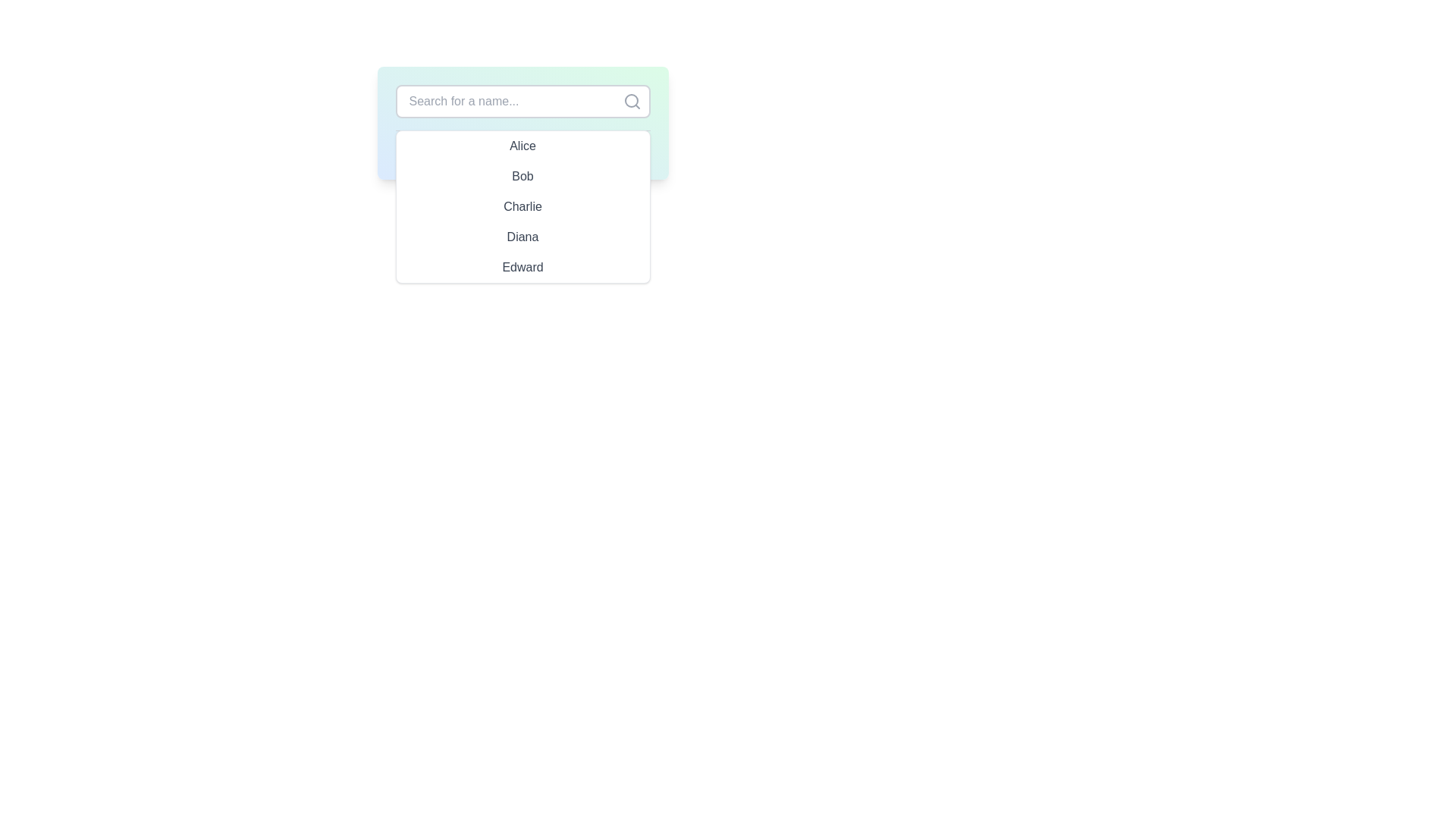  What do you see at coordinates (522, 175) in the screenshot?
I see `the second item labeled 'Bob' in the dropdown menu` at bounding box center [522, 175].